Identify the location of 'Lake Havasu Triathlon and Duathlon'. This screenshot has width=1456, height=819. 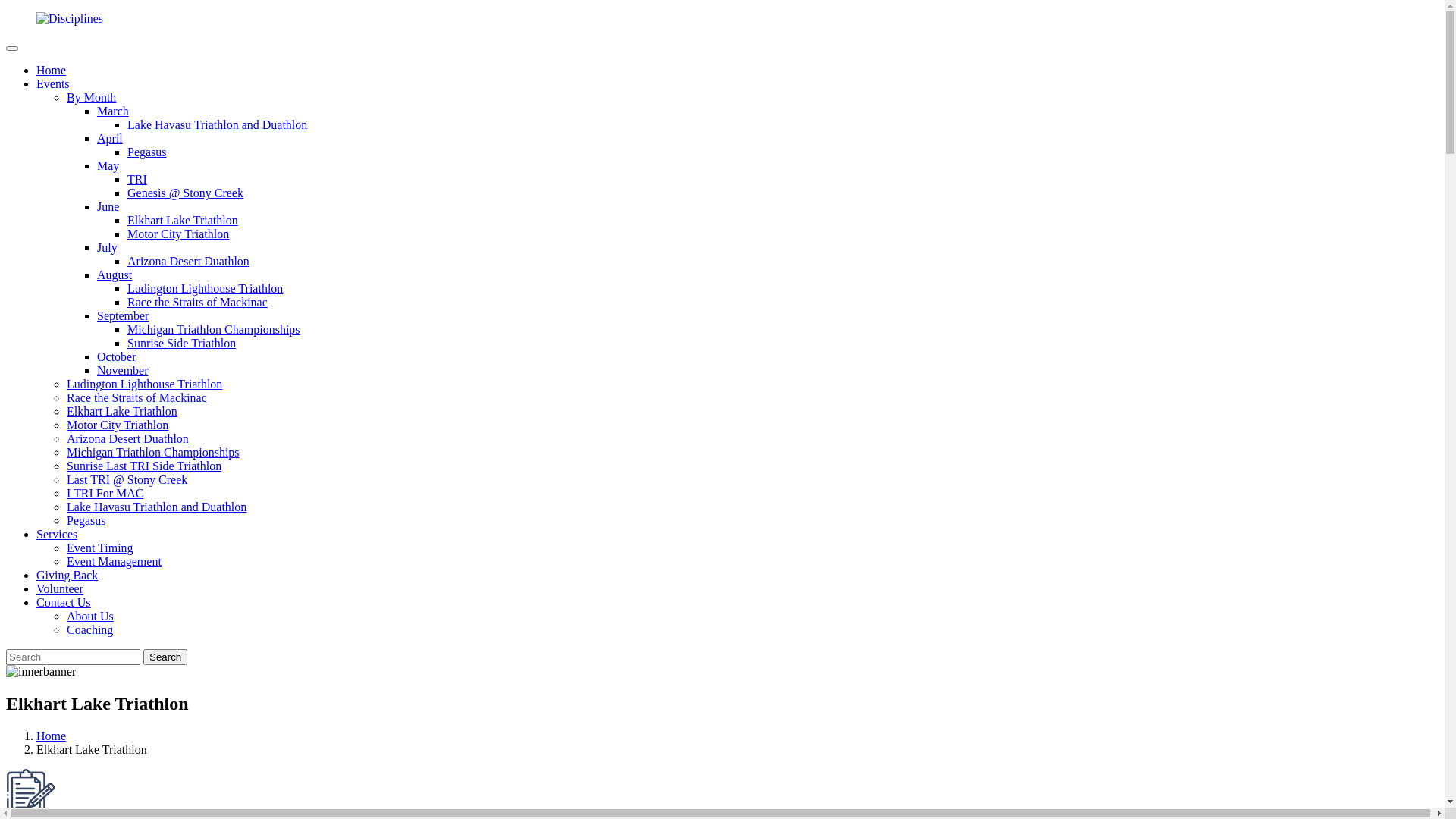
(65, 507).